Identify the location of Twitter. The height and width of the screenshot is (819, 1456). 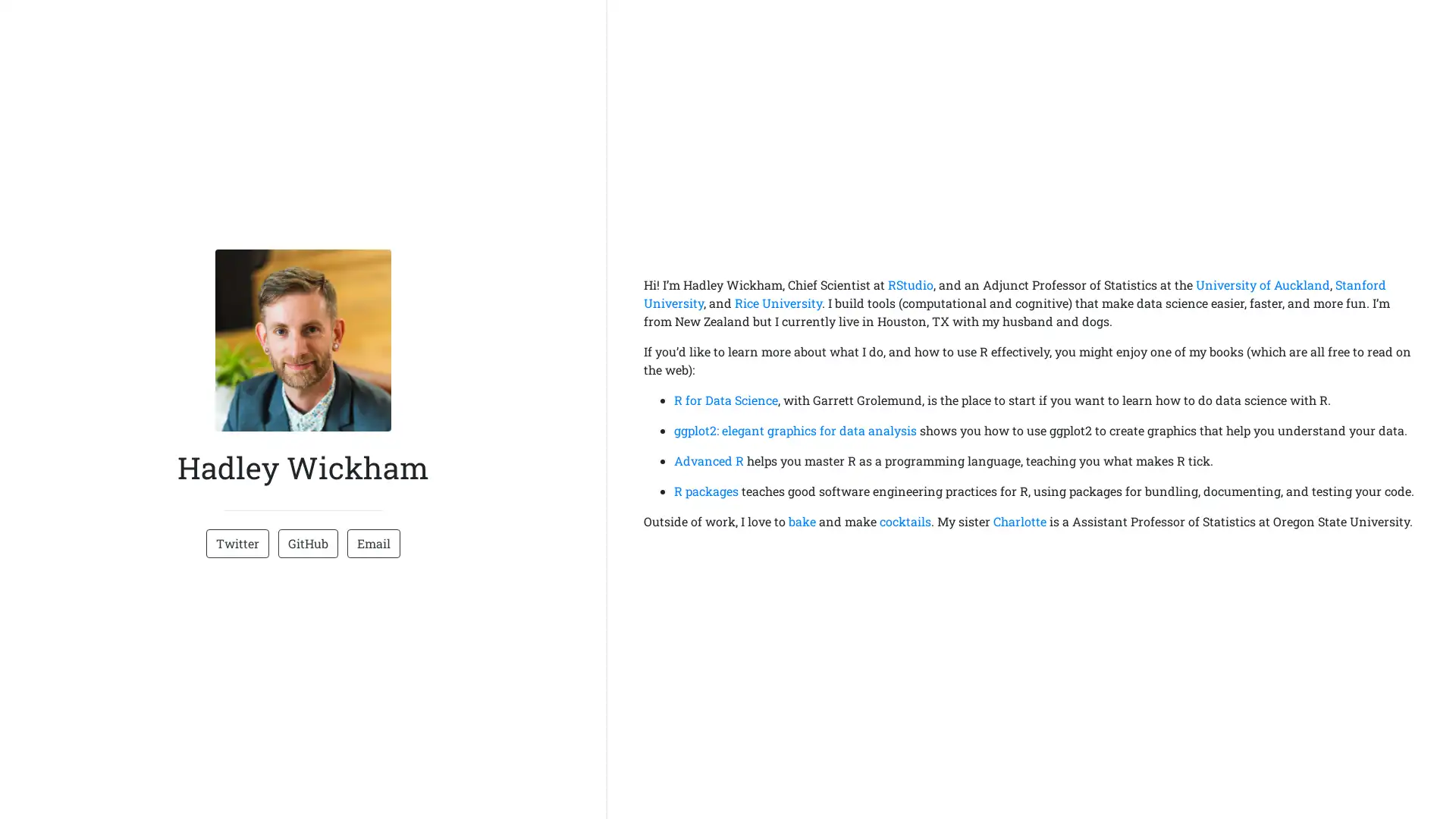
(237, 542).